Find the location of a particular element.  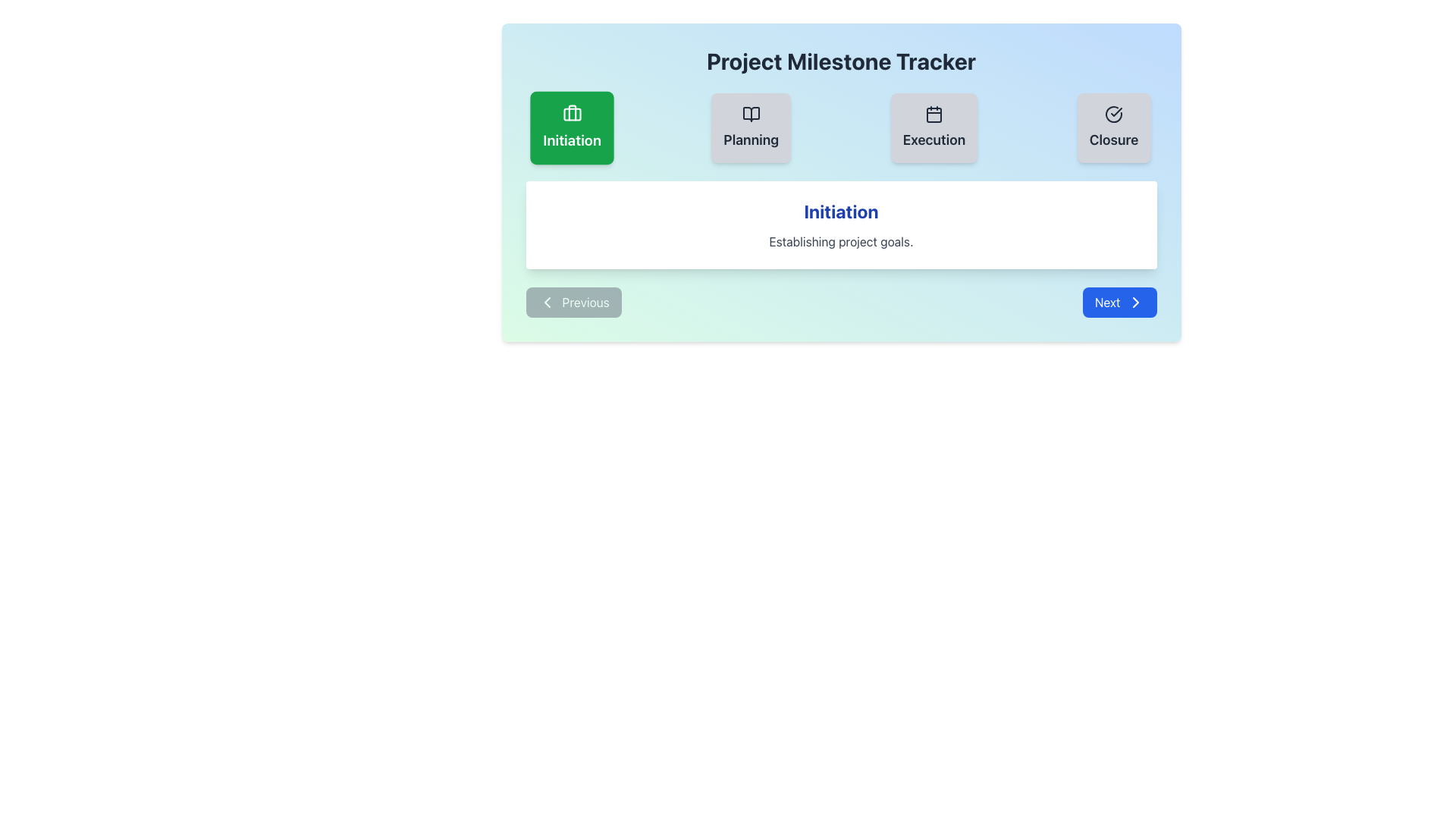

the 'Previous' button, which is a rounded rectangular button with a gray background and white text is located at coordinates (573, 302).